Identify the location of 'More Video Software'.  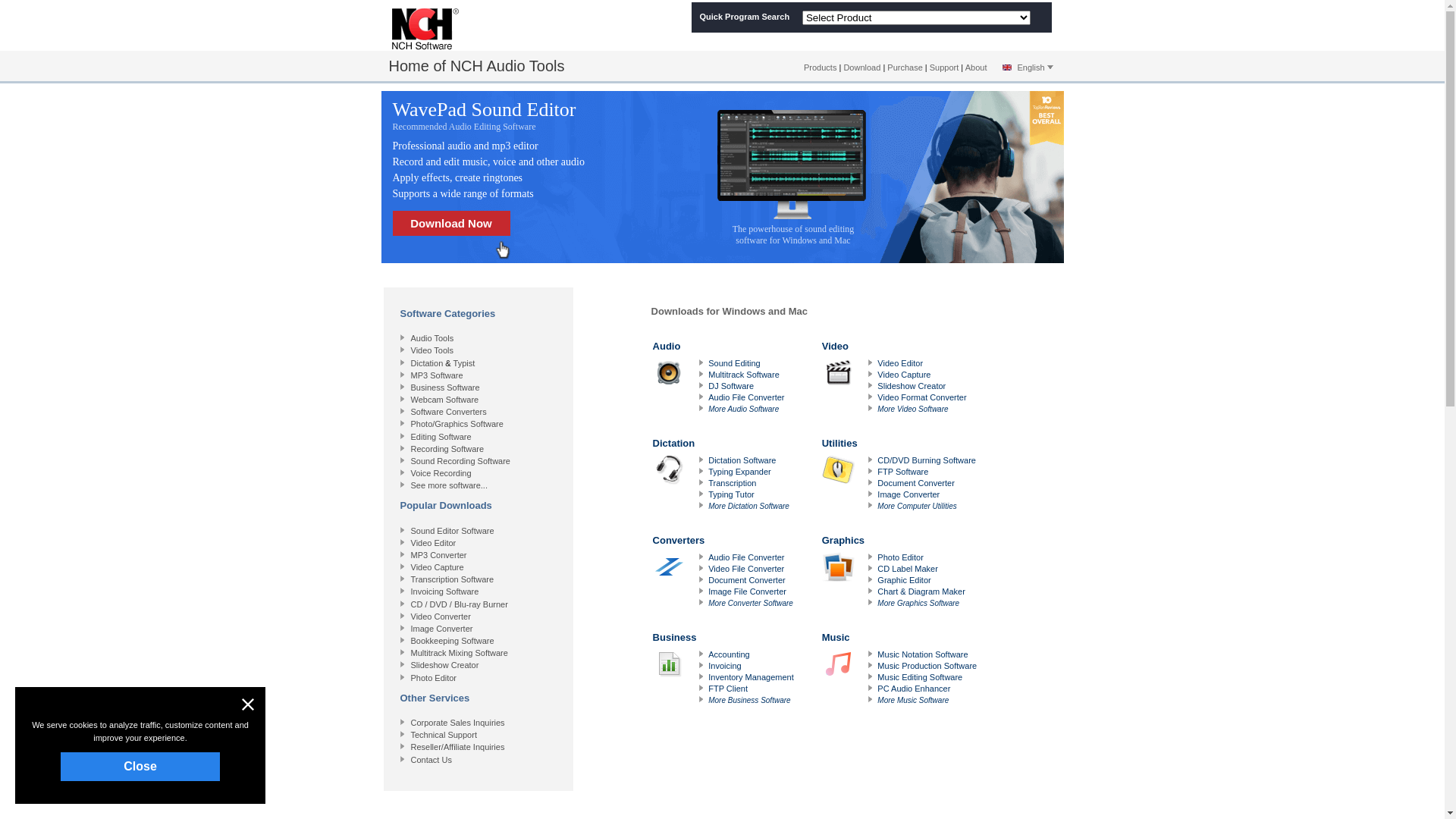
(912, 408).